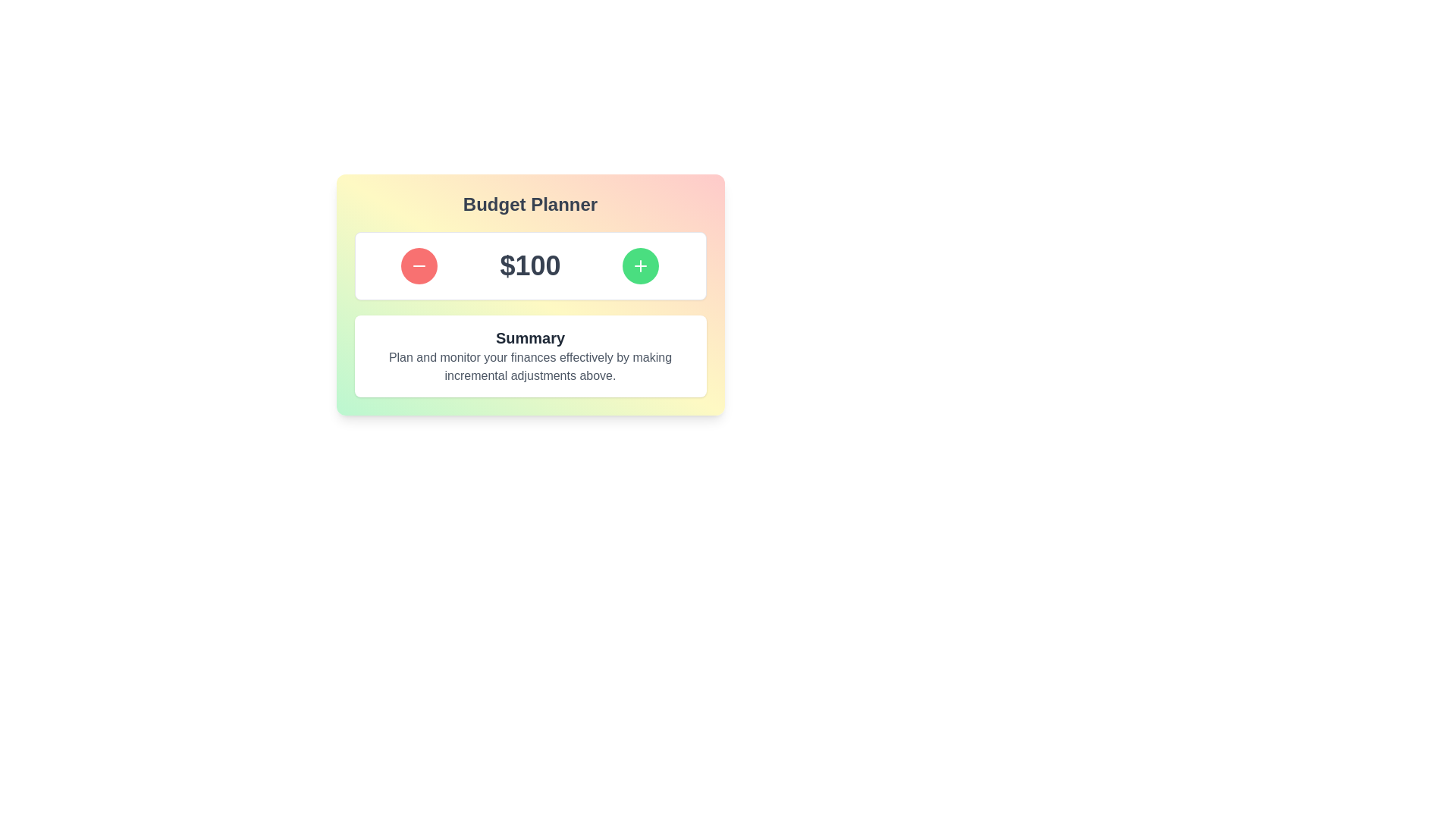 The height and width of the screenshot is (819, 1456). What do you see at coordinates (641, 265) in the screenshot?
I see `the '+' button in the top-right corner of the budget interface to increase the value` at bounding box center [641, 265].